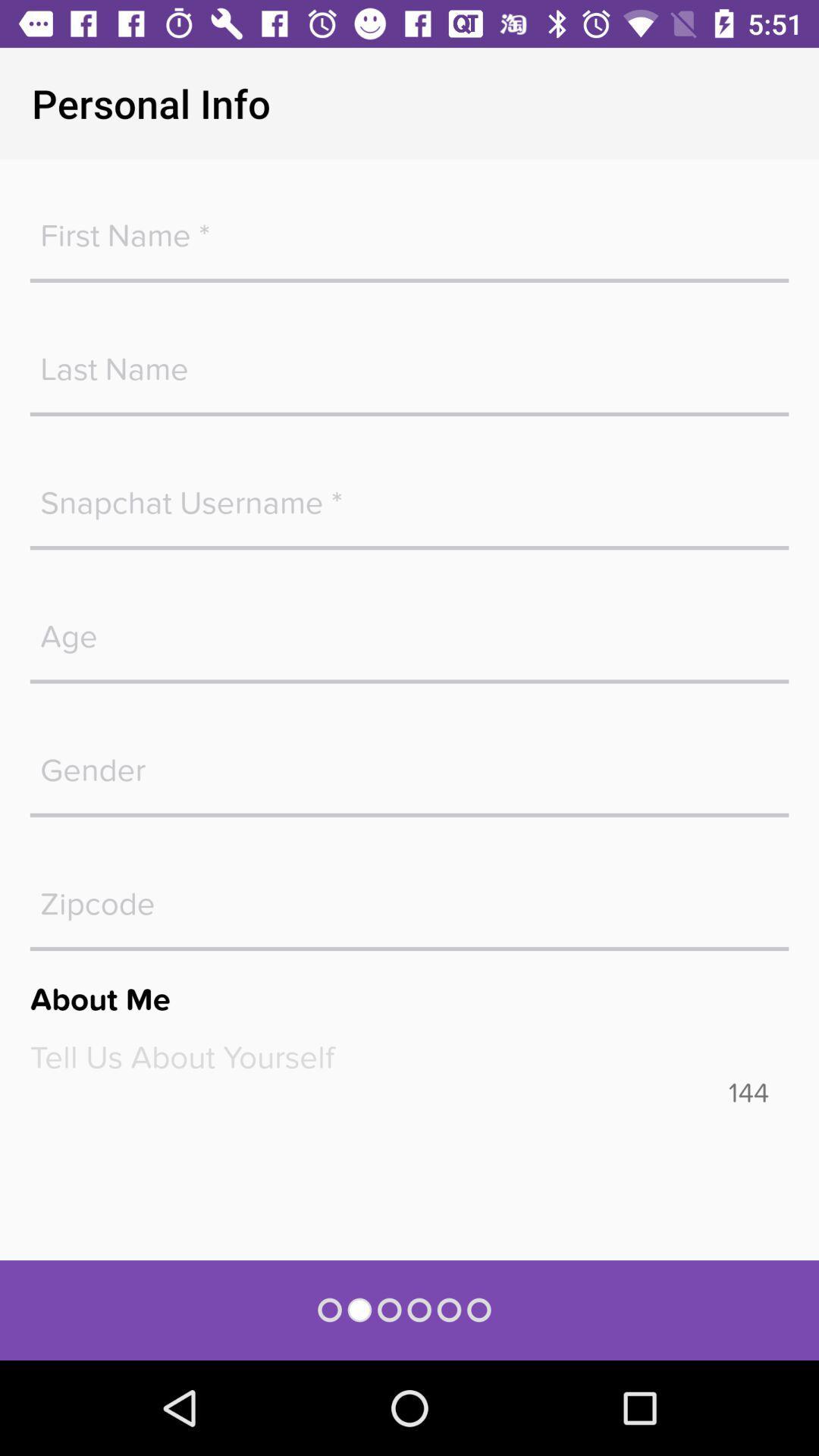 This screenshot has width=819, height=1456. Describe the element at coordinates (409, 360) in the screenshot. I see `text` at that location.